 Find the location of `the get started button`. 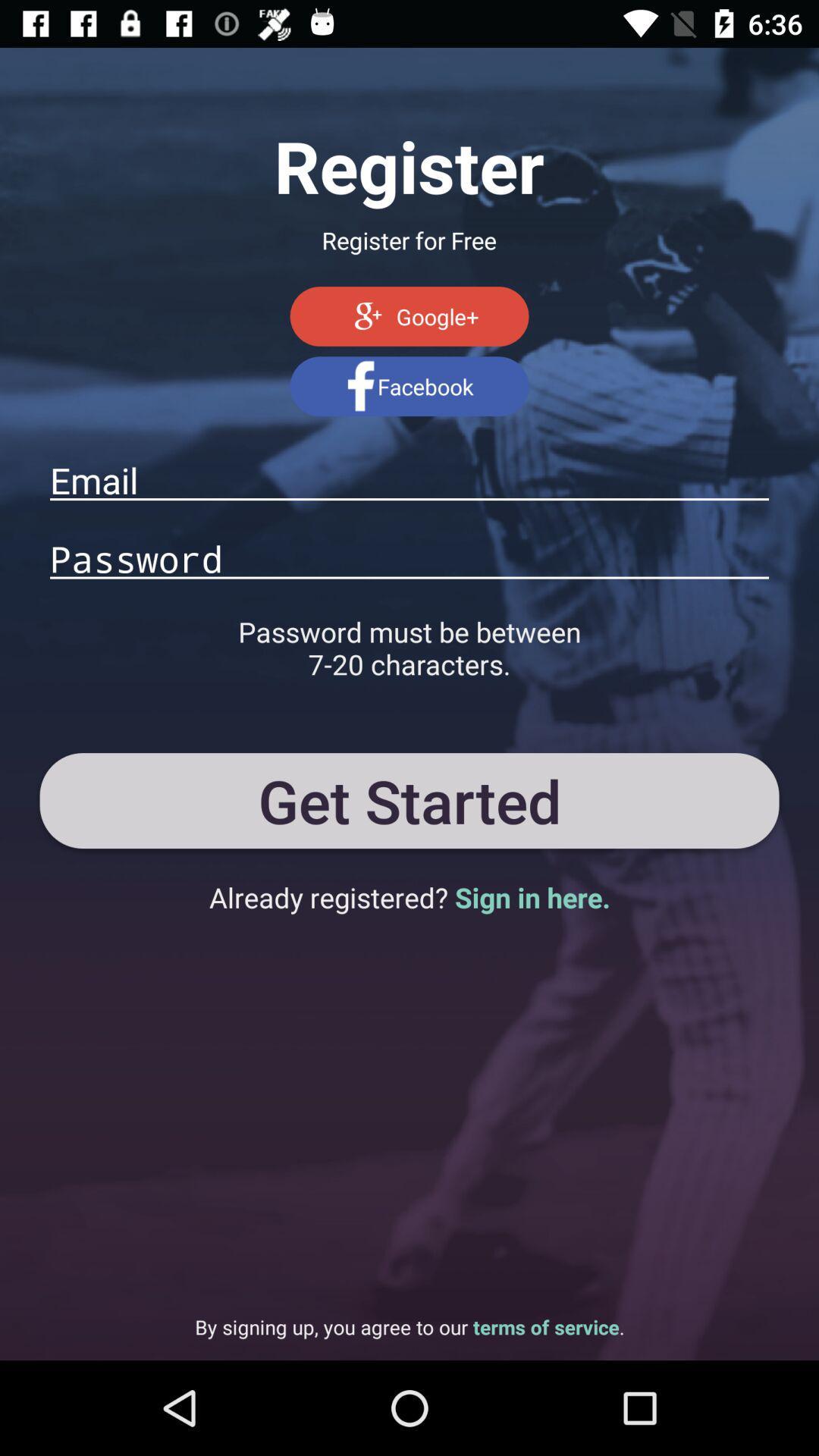

the get started button is located at coordinates (409, 800).